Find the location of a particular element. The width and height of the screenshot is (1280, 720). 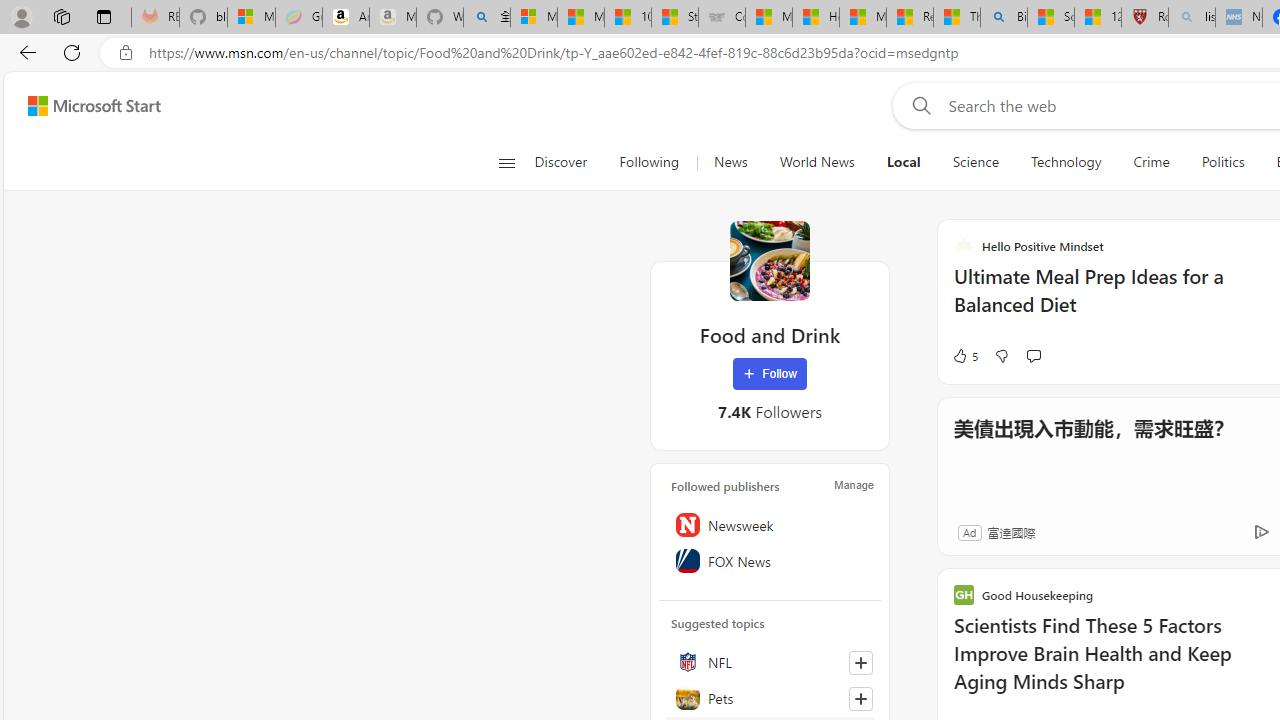

'Bing' is located at coordinates (1003, 17).